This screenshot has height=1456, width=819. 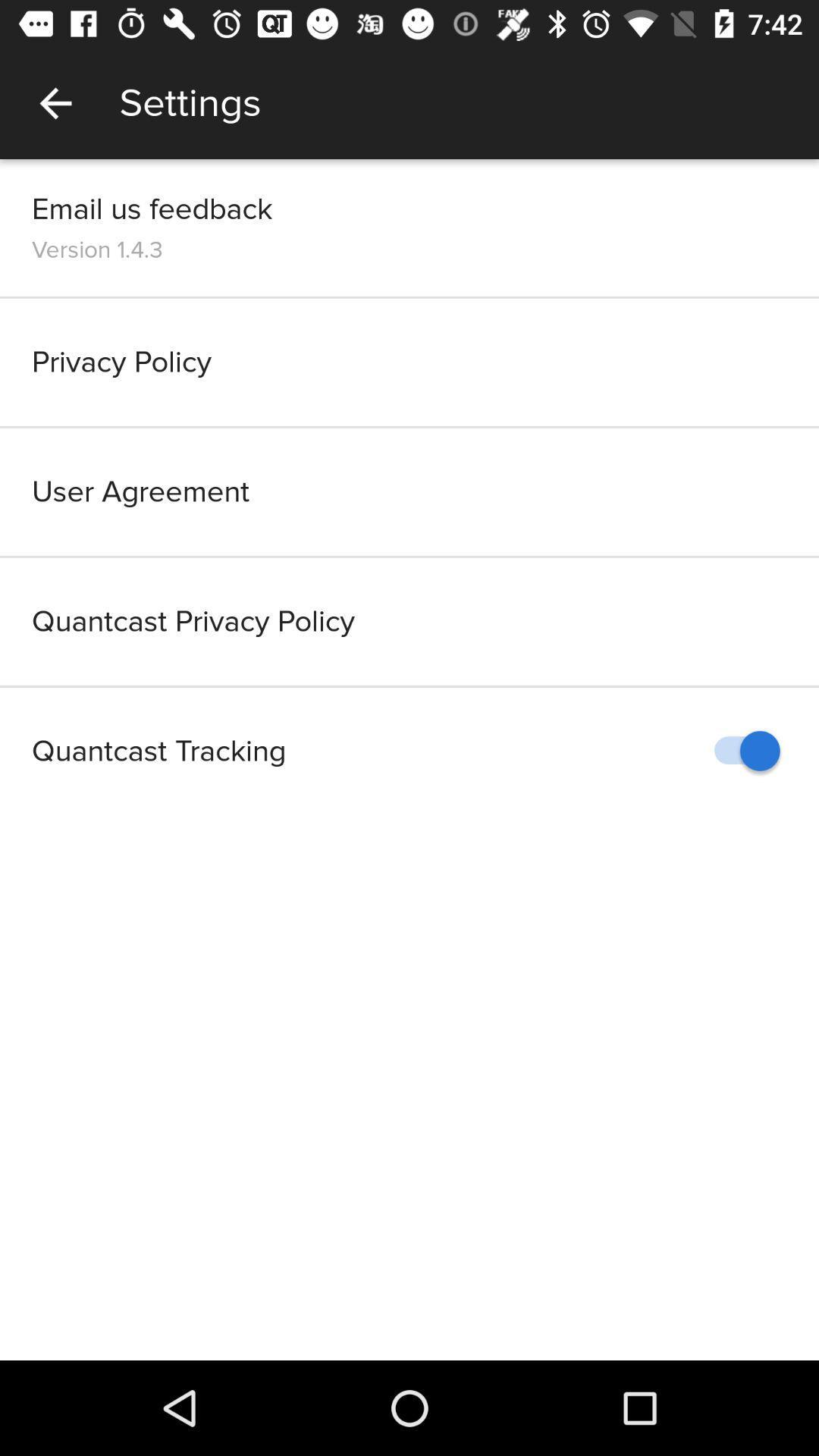 I want to click on the item on the right, so click(x=739, y=751).